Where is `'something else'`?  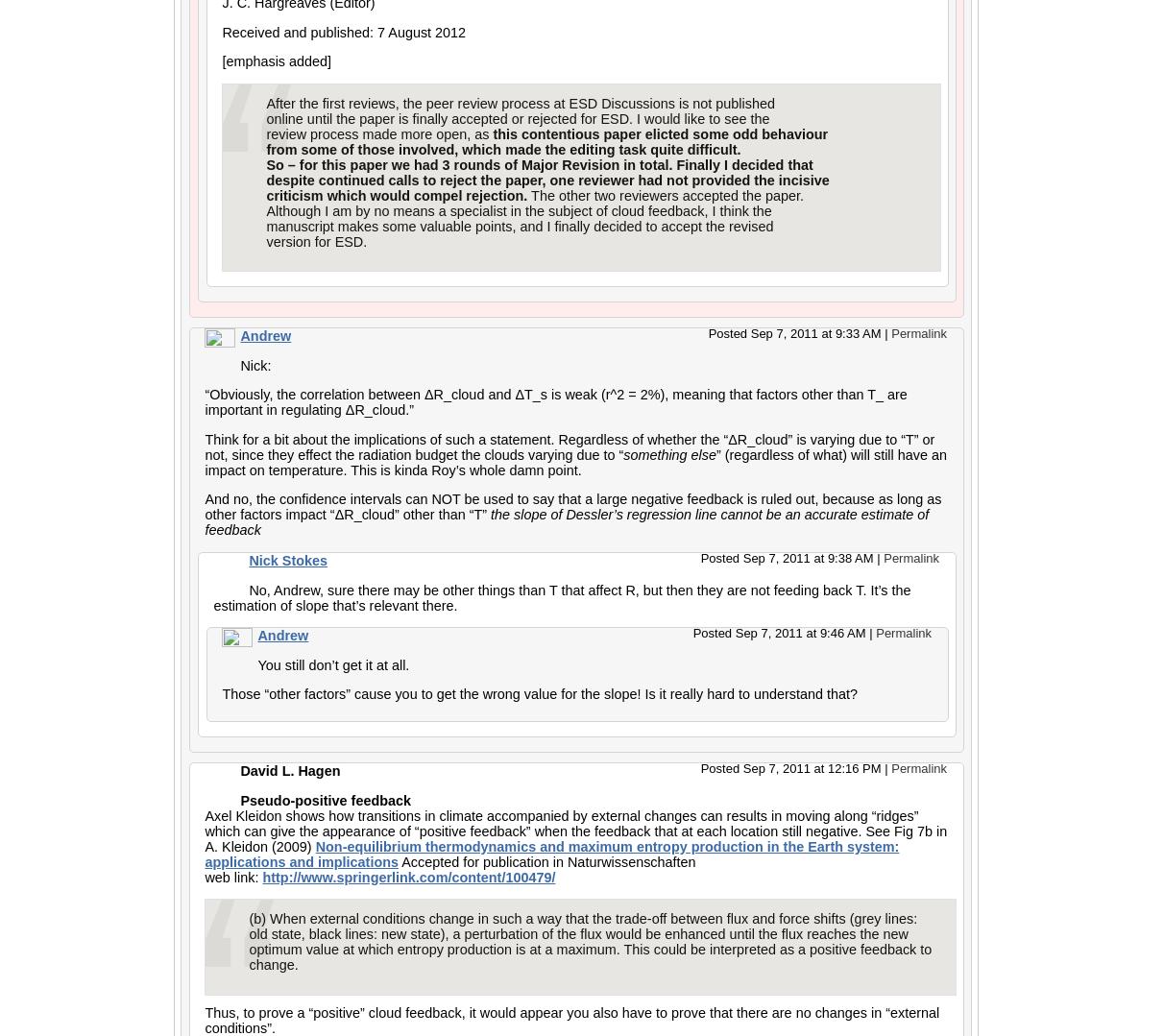 'something else' is located at coordinates (669, 453).